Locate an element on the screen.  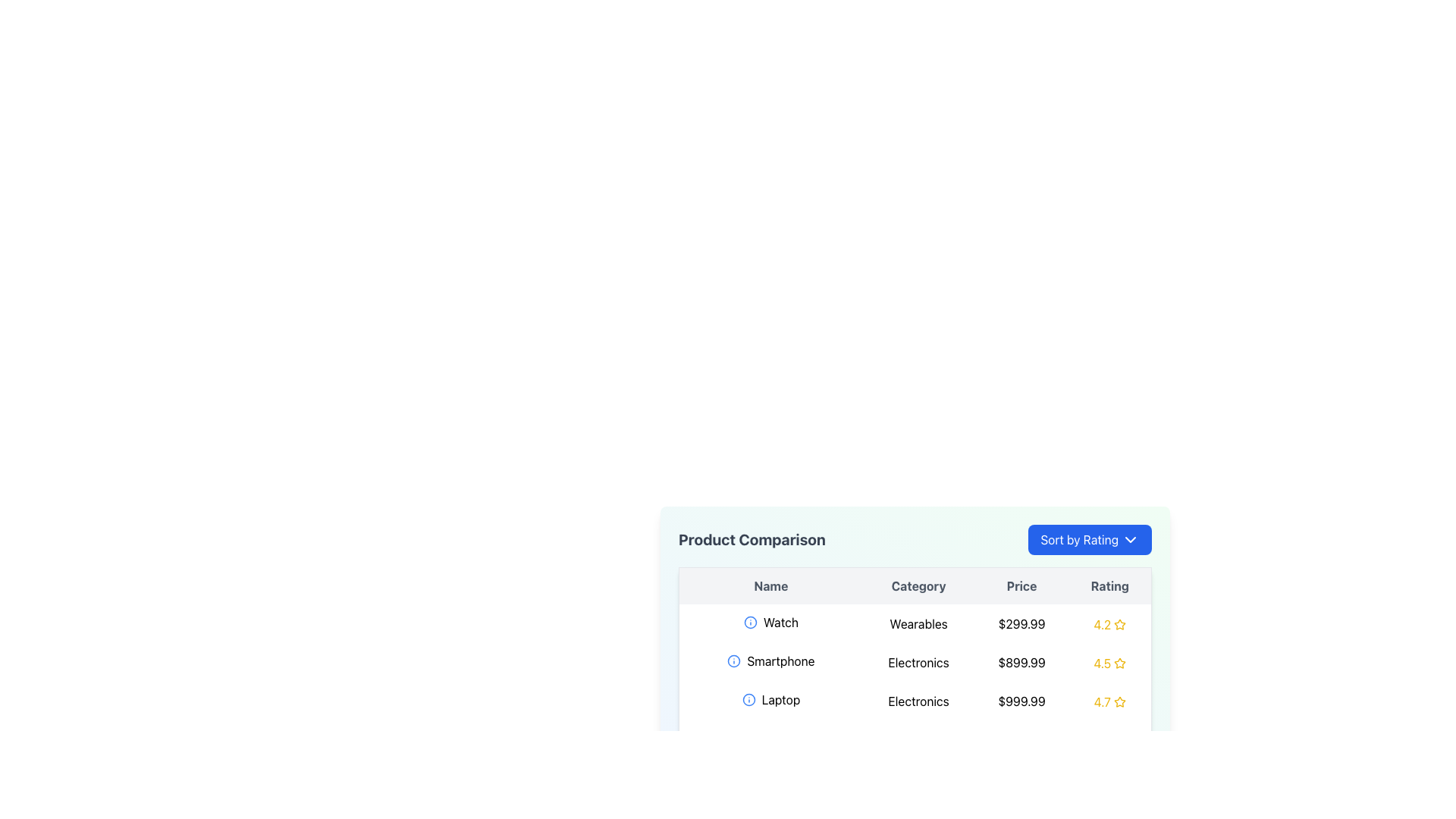
the label element displaying the text 'Watch' with an information icon to its left, positioned in the 'Name' column of the table layout is located at coordinates (770, 623).